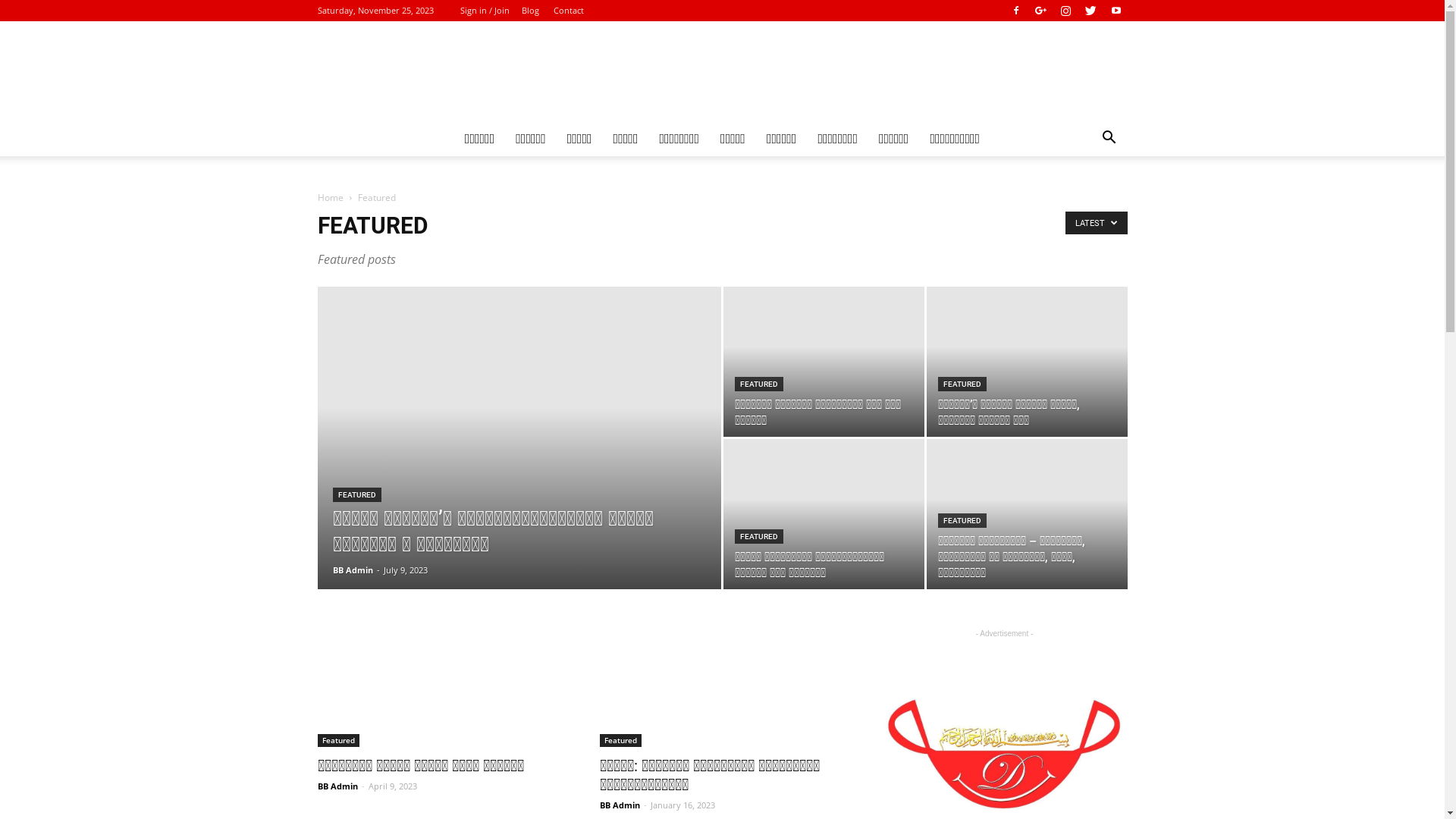 Image resolution: width=1456 pixels, height=819 pixels. I want to click on 'Home', so click(329, 196).